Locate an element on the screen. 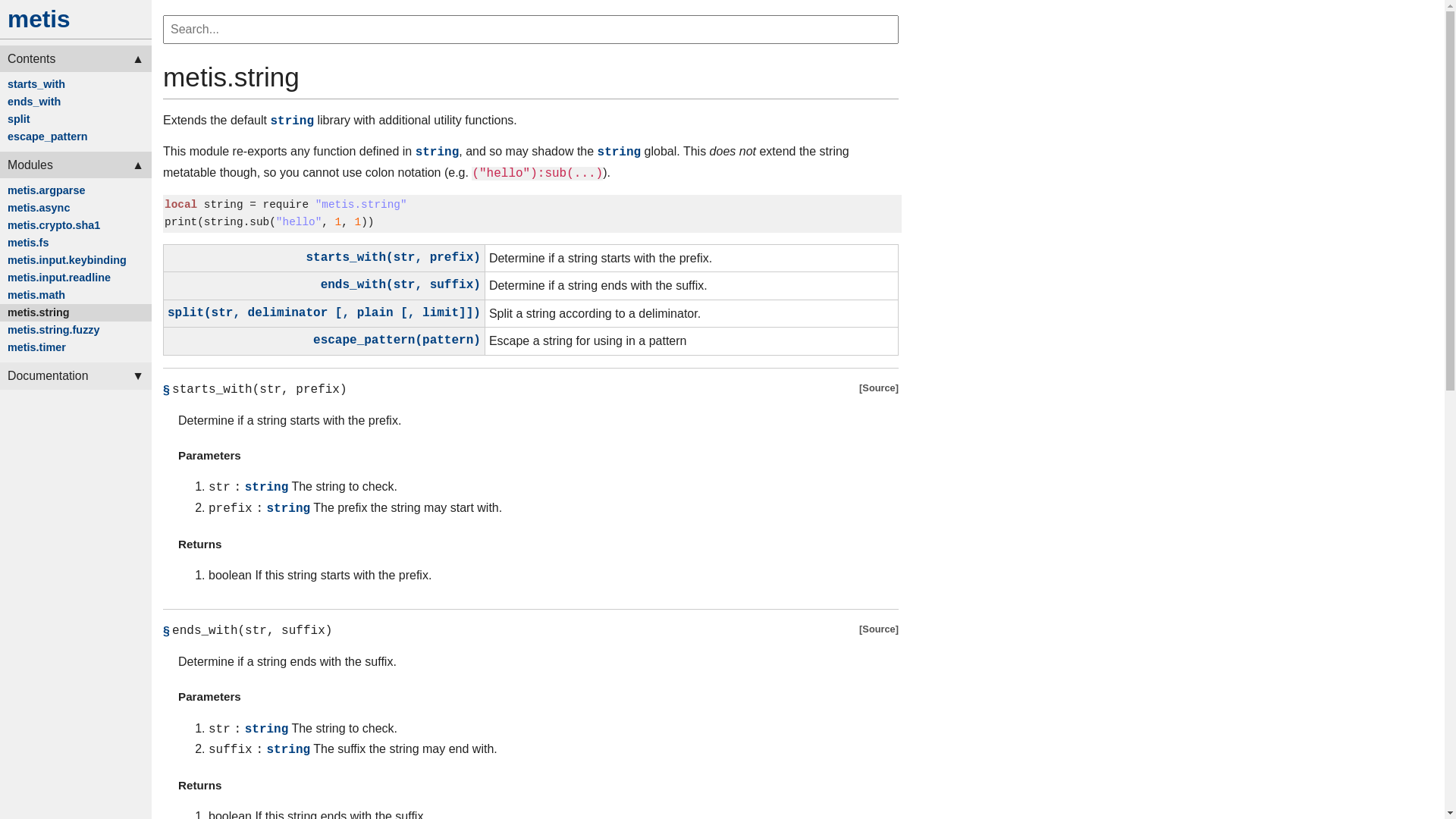 The height and width of the screenshot is (819, 1456). 'escape_pattern' is located at coordinates (75, 136).